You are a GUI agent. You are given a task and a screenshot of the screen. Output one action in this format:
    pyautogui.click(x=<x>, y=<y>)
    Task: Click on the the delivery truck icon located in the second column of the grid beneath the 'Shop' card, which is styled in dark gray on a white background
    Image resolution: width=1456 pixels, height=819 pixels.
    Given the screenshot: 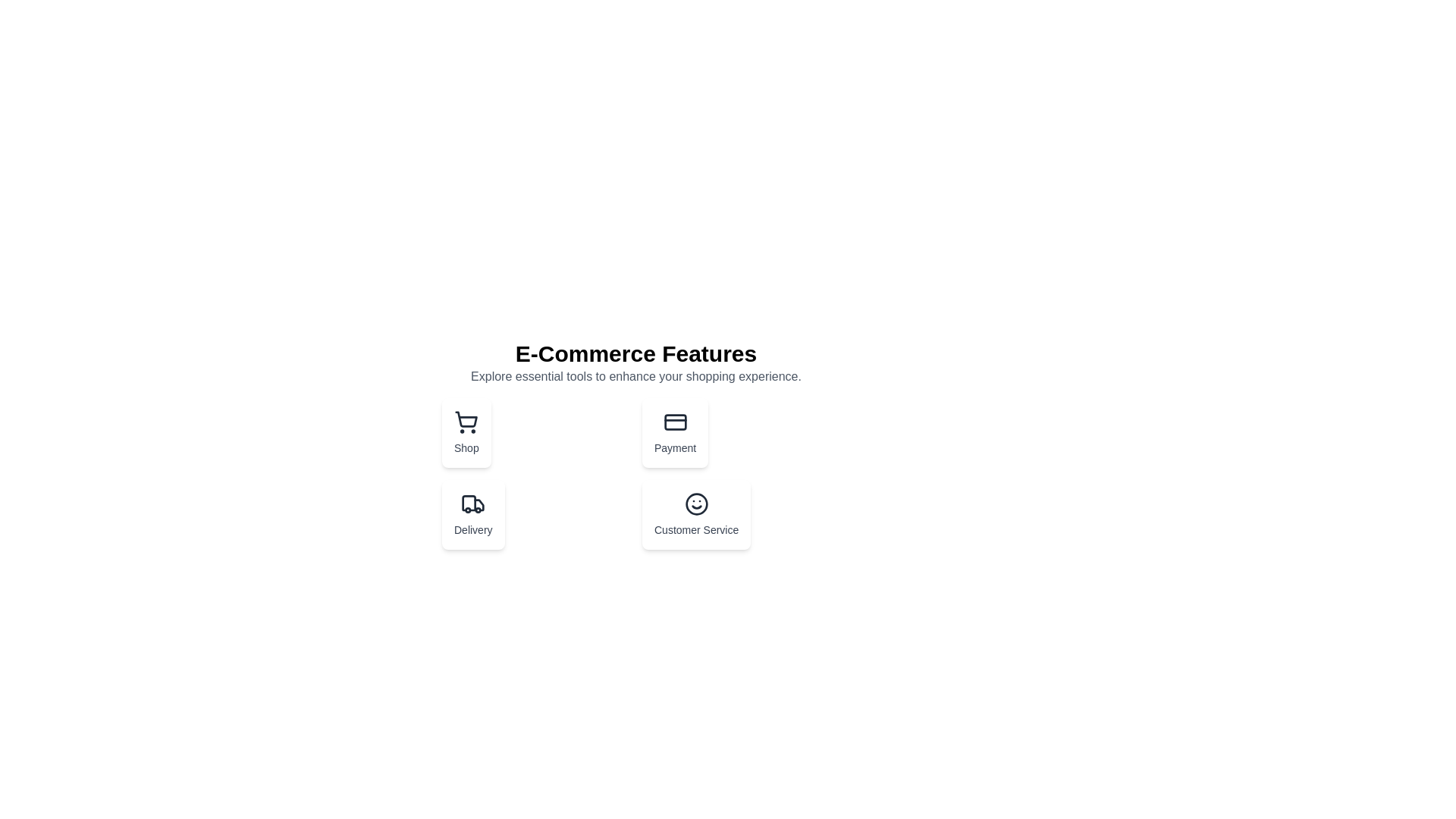 What is the action you would take?
    pyautogui.click(x=472, y=504)
    